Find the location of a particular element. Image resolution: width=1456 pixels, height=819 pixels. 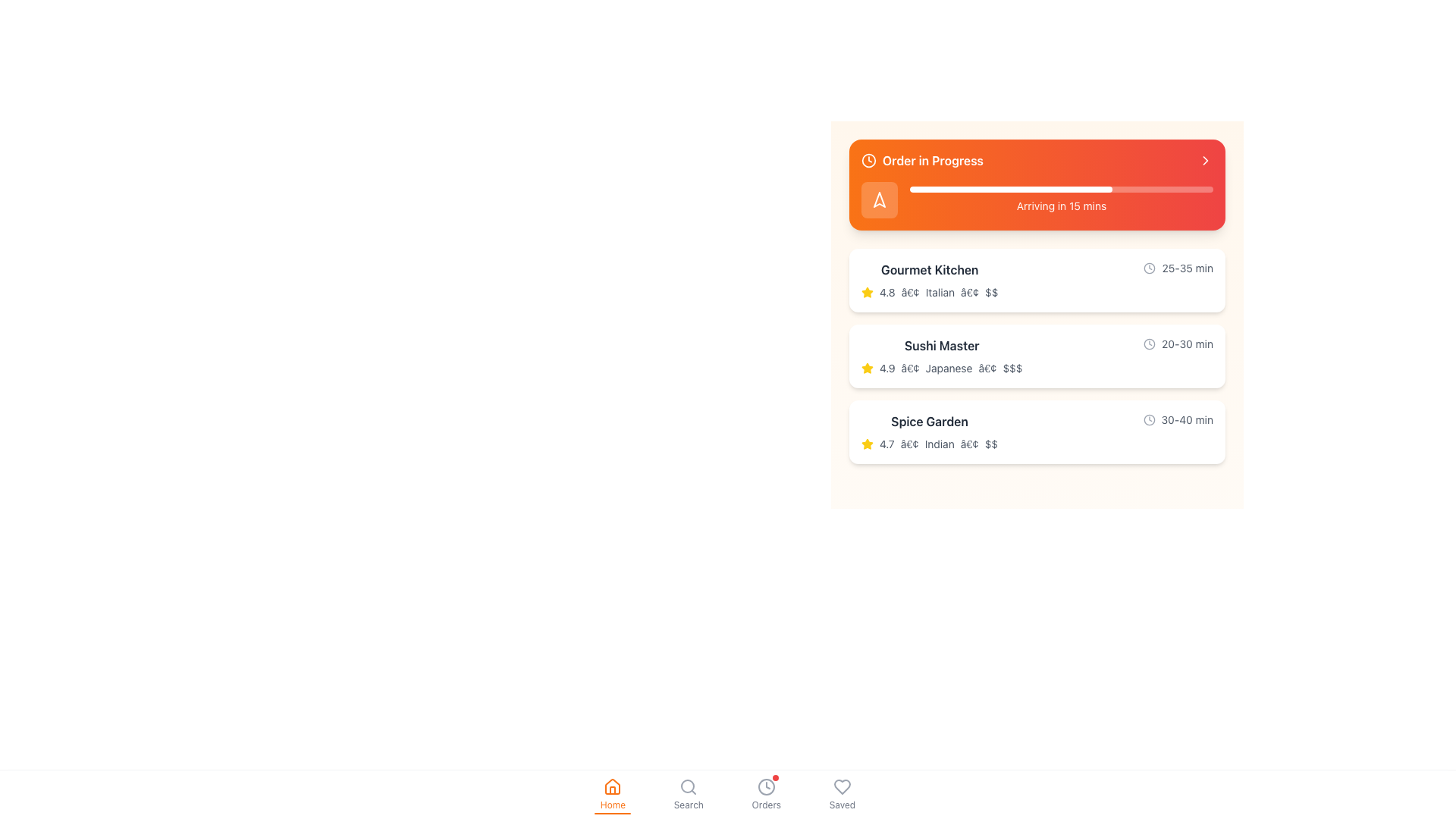

the text label located beneath the heart-shaped icon in the bottom right corner of the interface, which serves as a label for a quick access menu item is located at coordinates (841, 804).